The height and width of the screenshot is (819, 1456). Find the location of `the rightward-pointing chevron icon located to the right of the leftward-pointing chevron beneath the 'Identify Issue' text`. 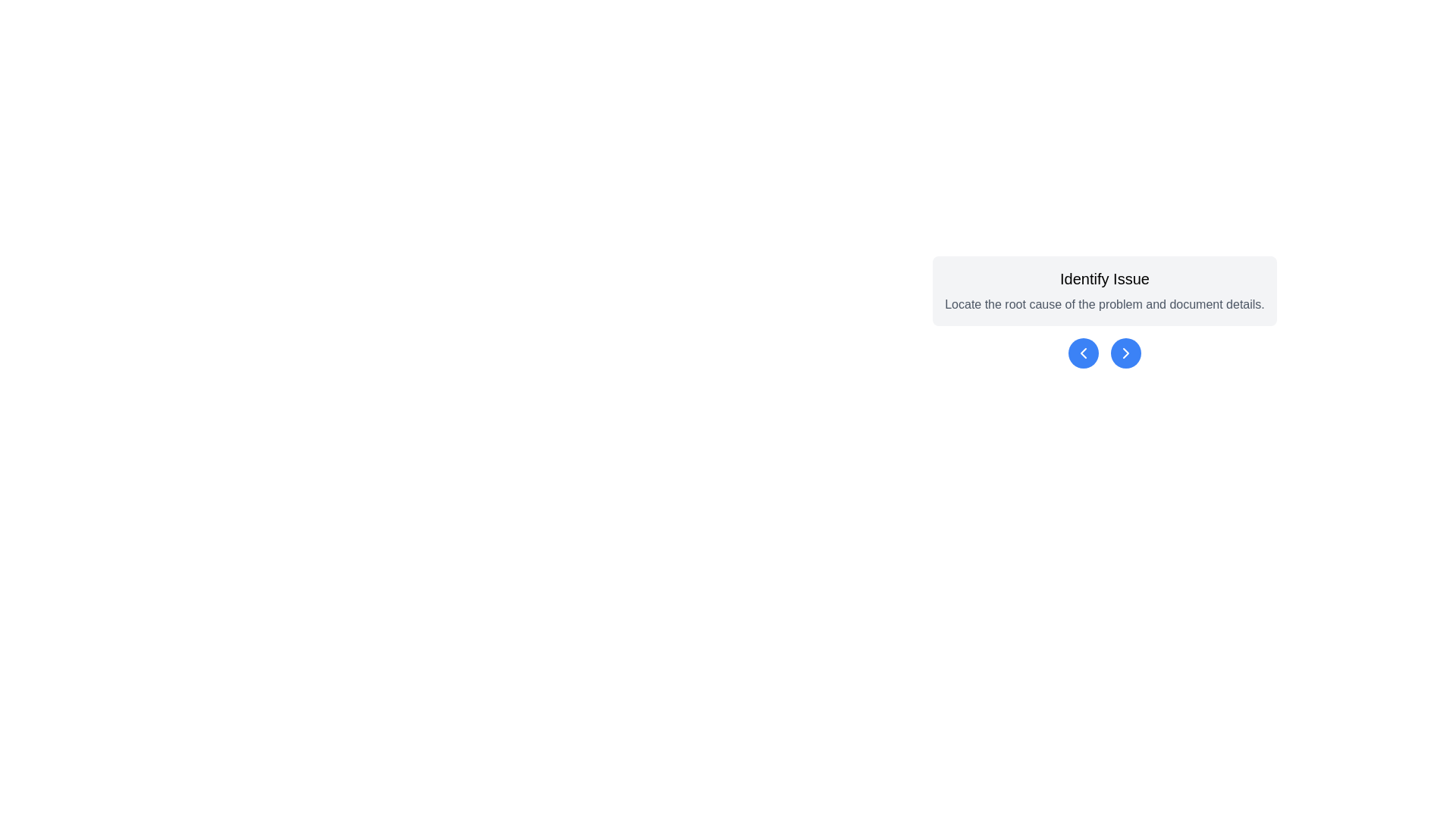

the rightward-pointing chevron icon located to the right of the leftward-pointing chevron beneath the 'Identify Issue' text is located at coordinates (1125, 353).